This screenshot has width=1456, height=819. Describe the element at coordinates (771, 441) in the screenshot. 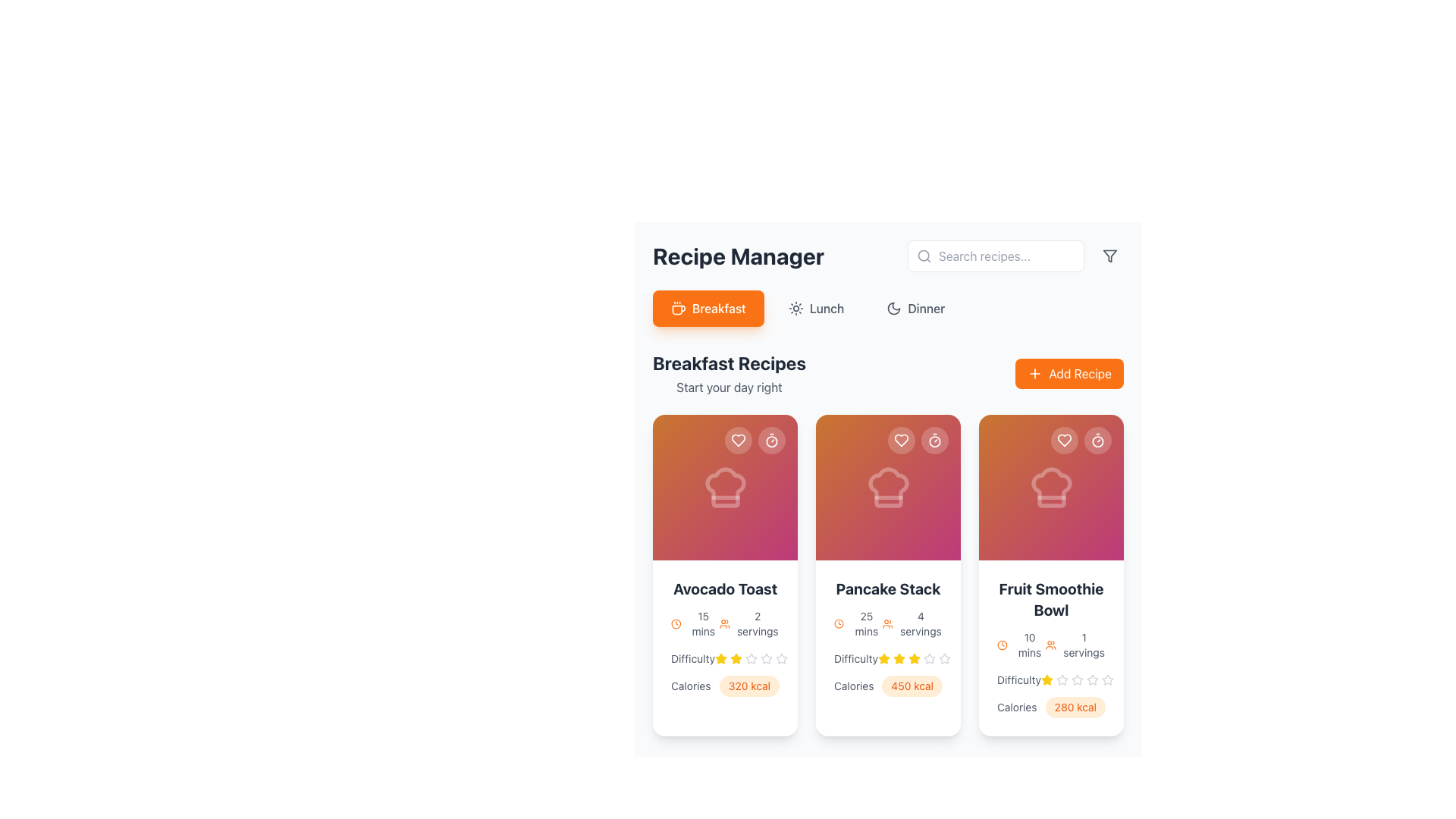

I see `the circular timer button with a semi-transparent white background located in the top-right corner of the 'Avocado Toast' recipe card` at that location.